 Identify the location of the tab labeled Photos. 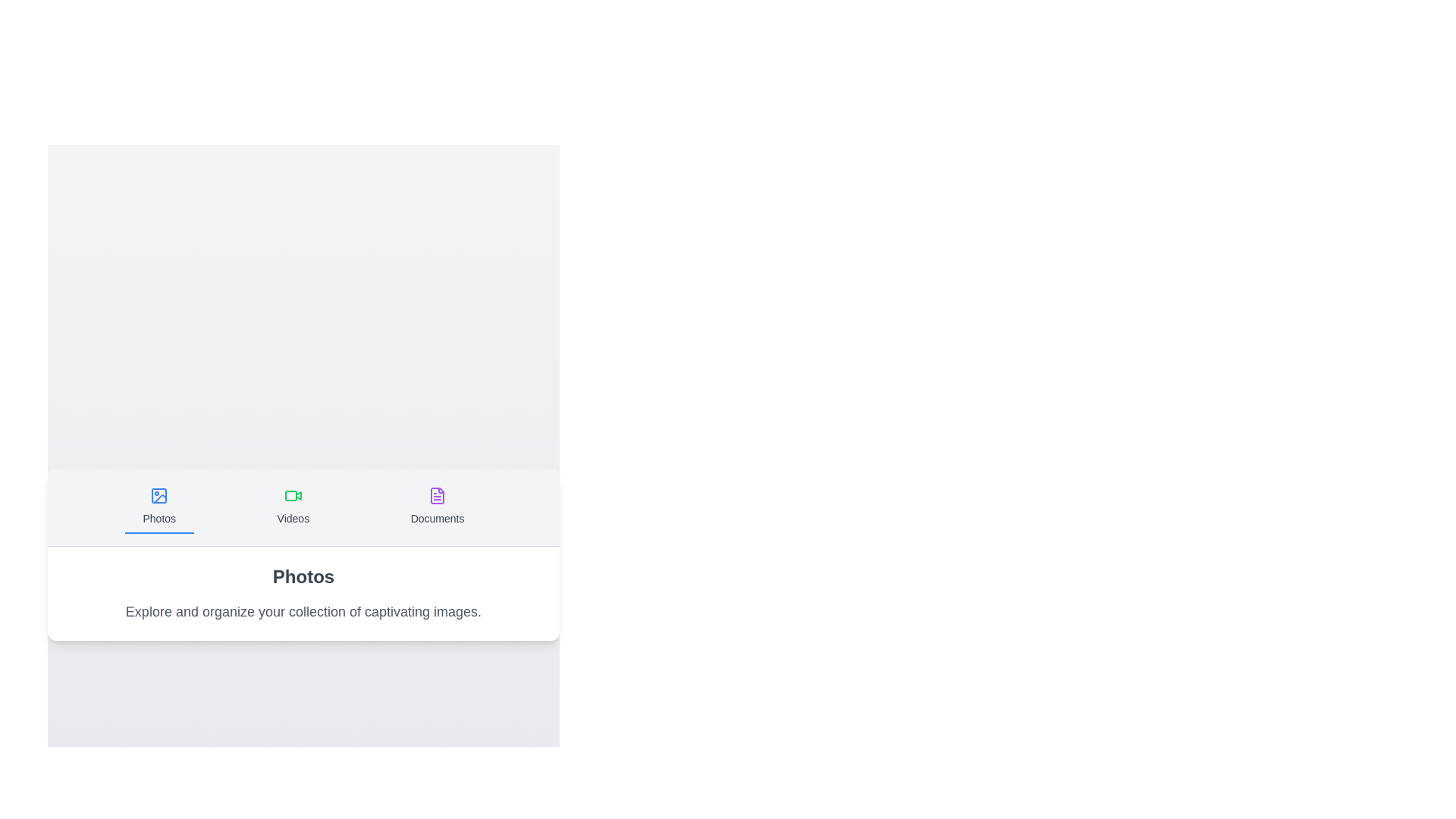
(159, 507).